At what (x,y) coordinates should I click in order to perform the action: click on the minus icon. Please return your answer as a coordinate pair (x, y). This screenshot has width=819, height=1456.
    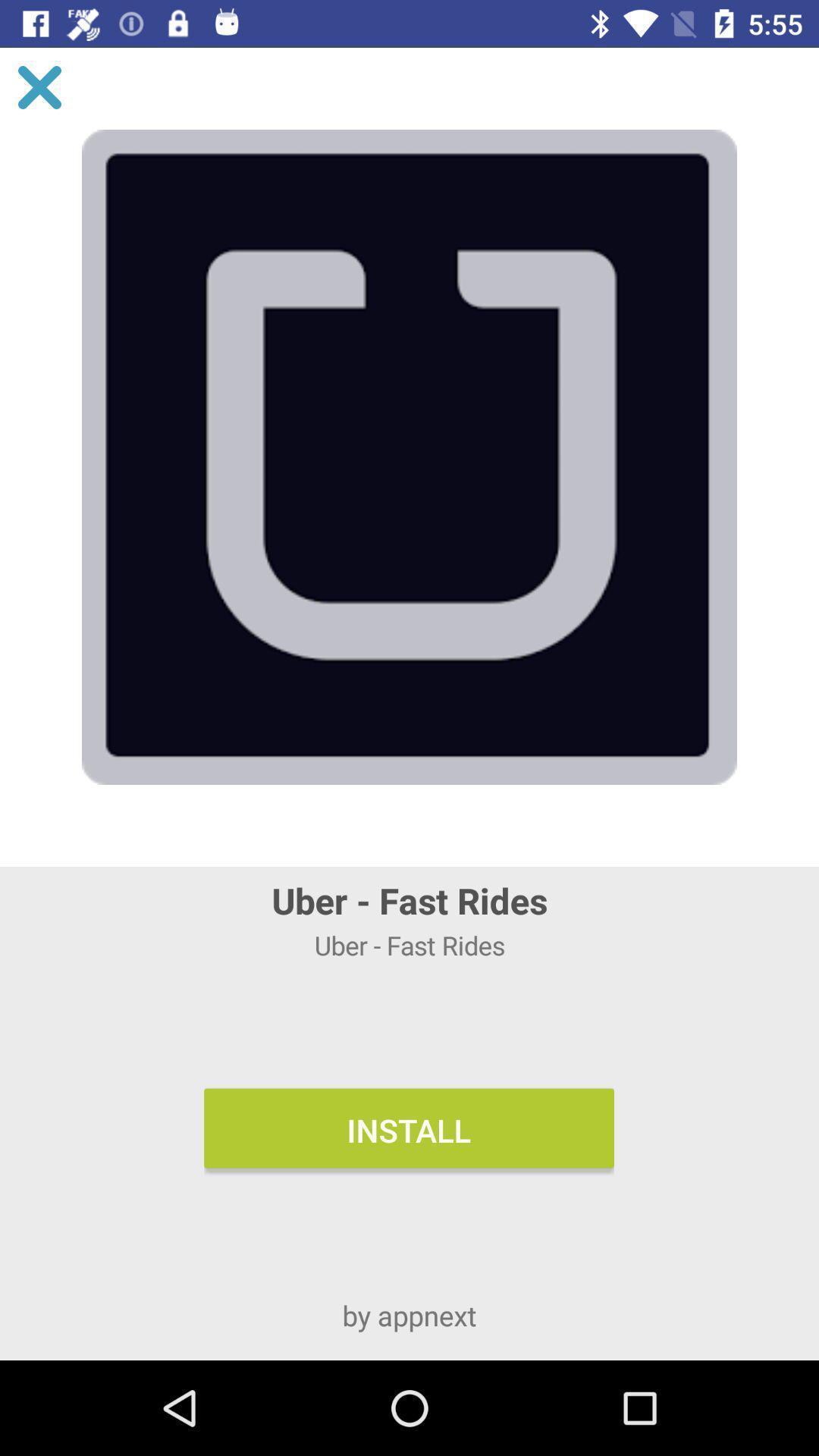
    Looking at the image, I should click on (769, 312).